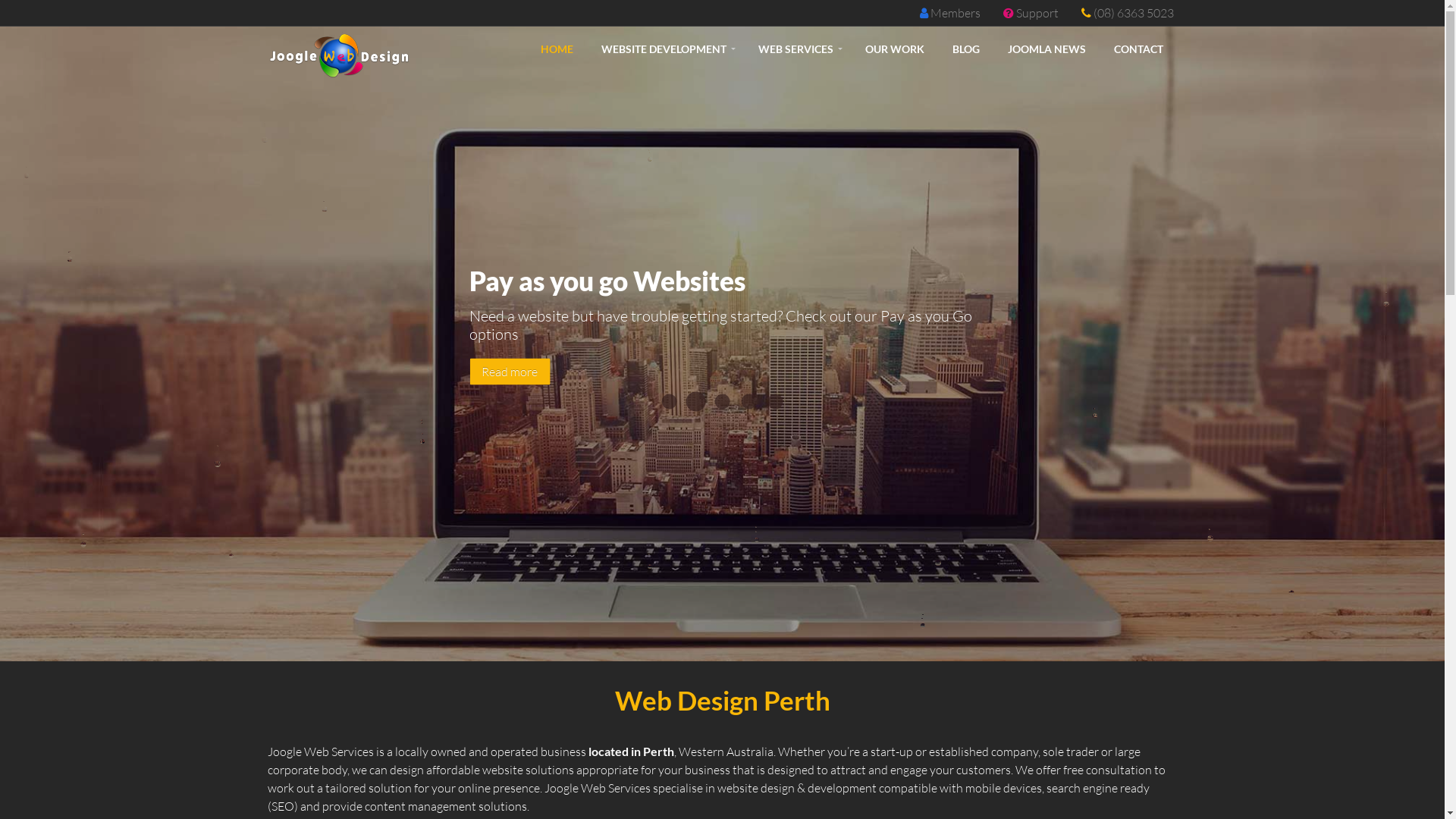  Describe the element at coordinates (745, 49) in the screenshot. I see `'WEB SERVICES'` at that location.